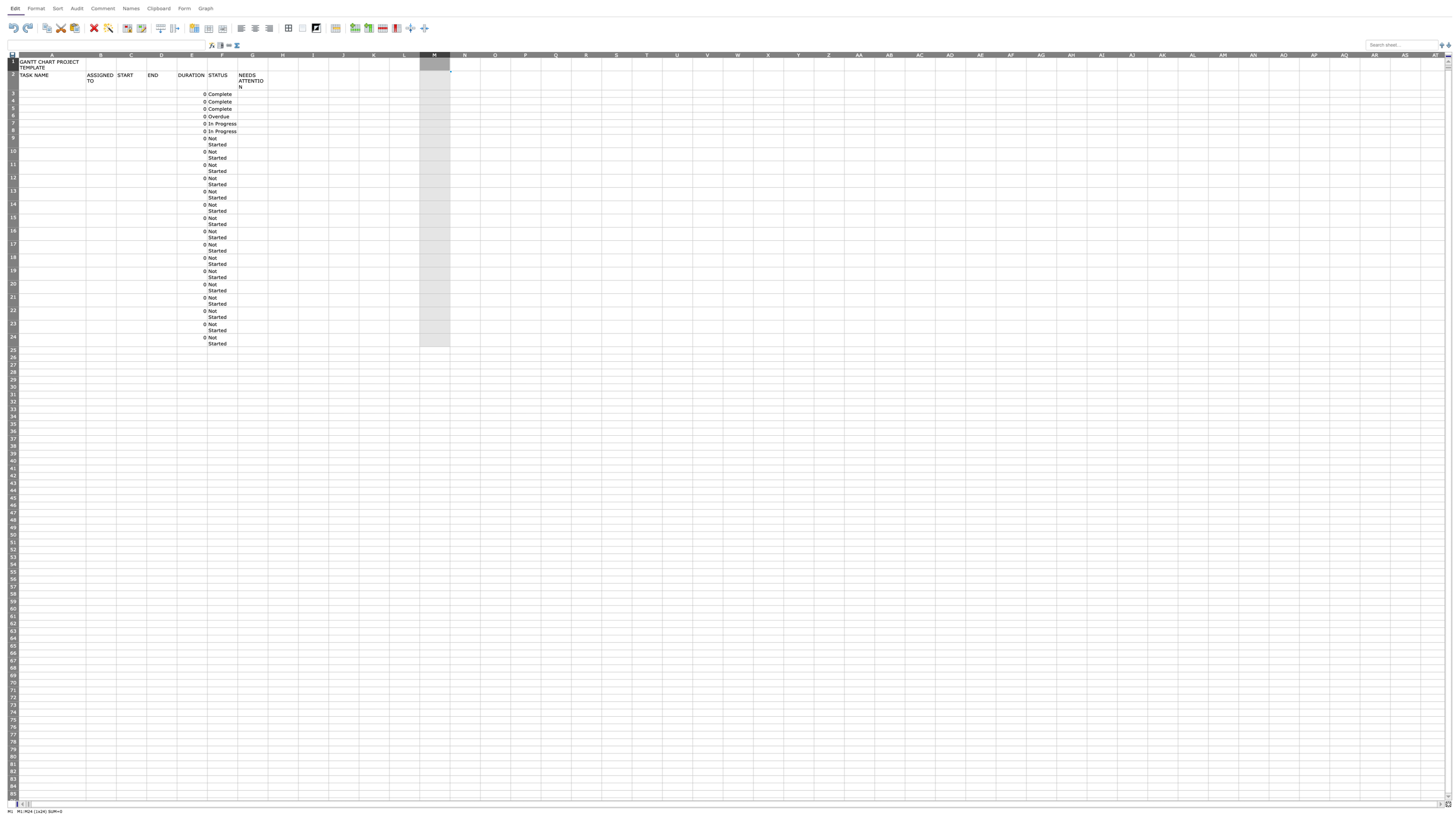  What do you see at coordinates (479, 54) in the screenshot?
I see `column N's right edge for resizing` at bounding box center [479, 54].